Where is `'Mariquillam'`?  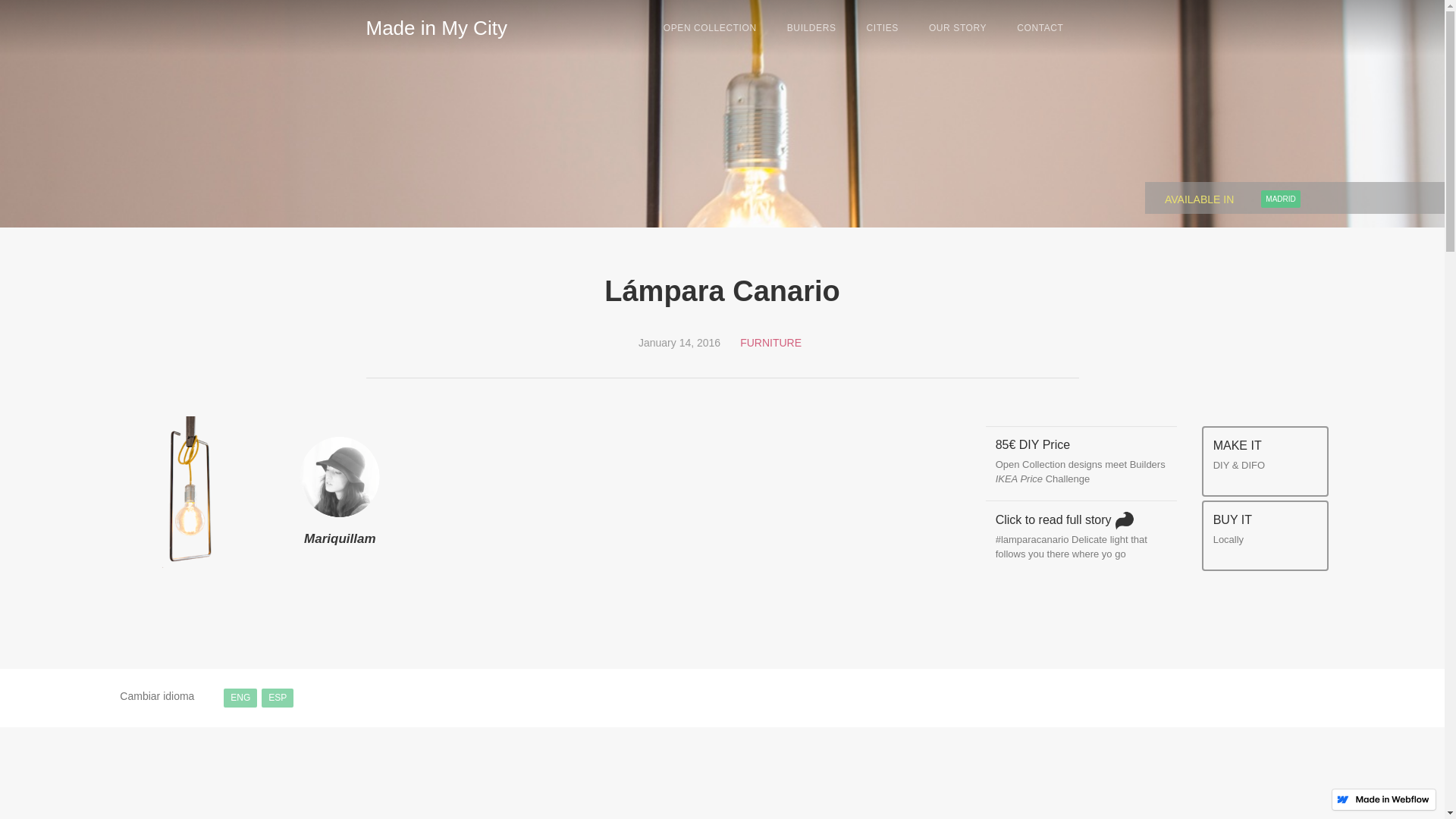
'Mariquillam' is located at coordinates (338, 538).